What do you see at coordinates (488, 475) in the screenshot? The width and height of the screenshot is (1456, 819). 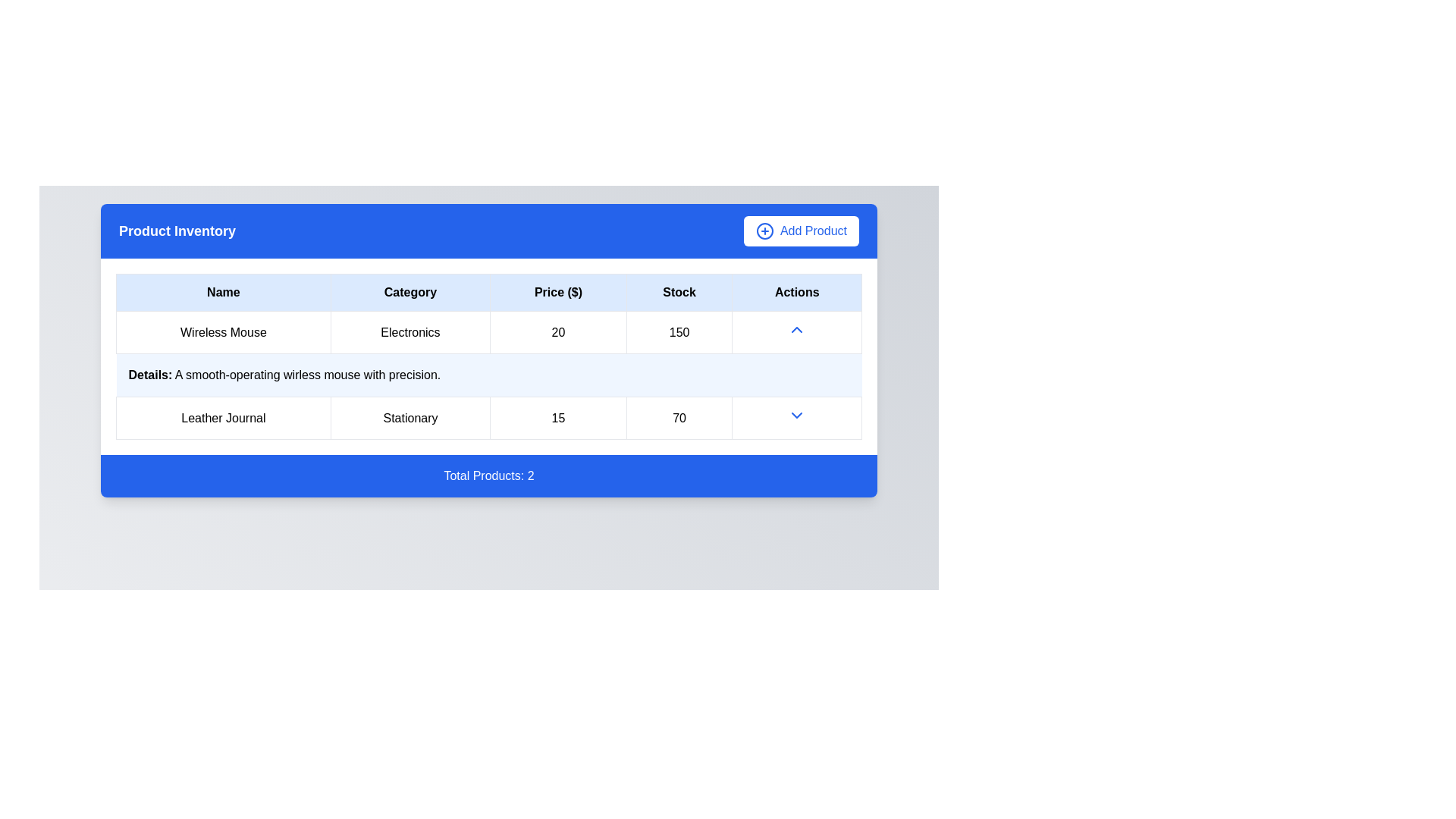 I see `the informational label that displays the total count of products listed in the table, positioned at the bottom of the product card` at bounding box center [488, 475].